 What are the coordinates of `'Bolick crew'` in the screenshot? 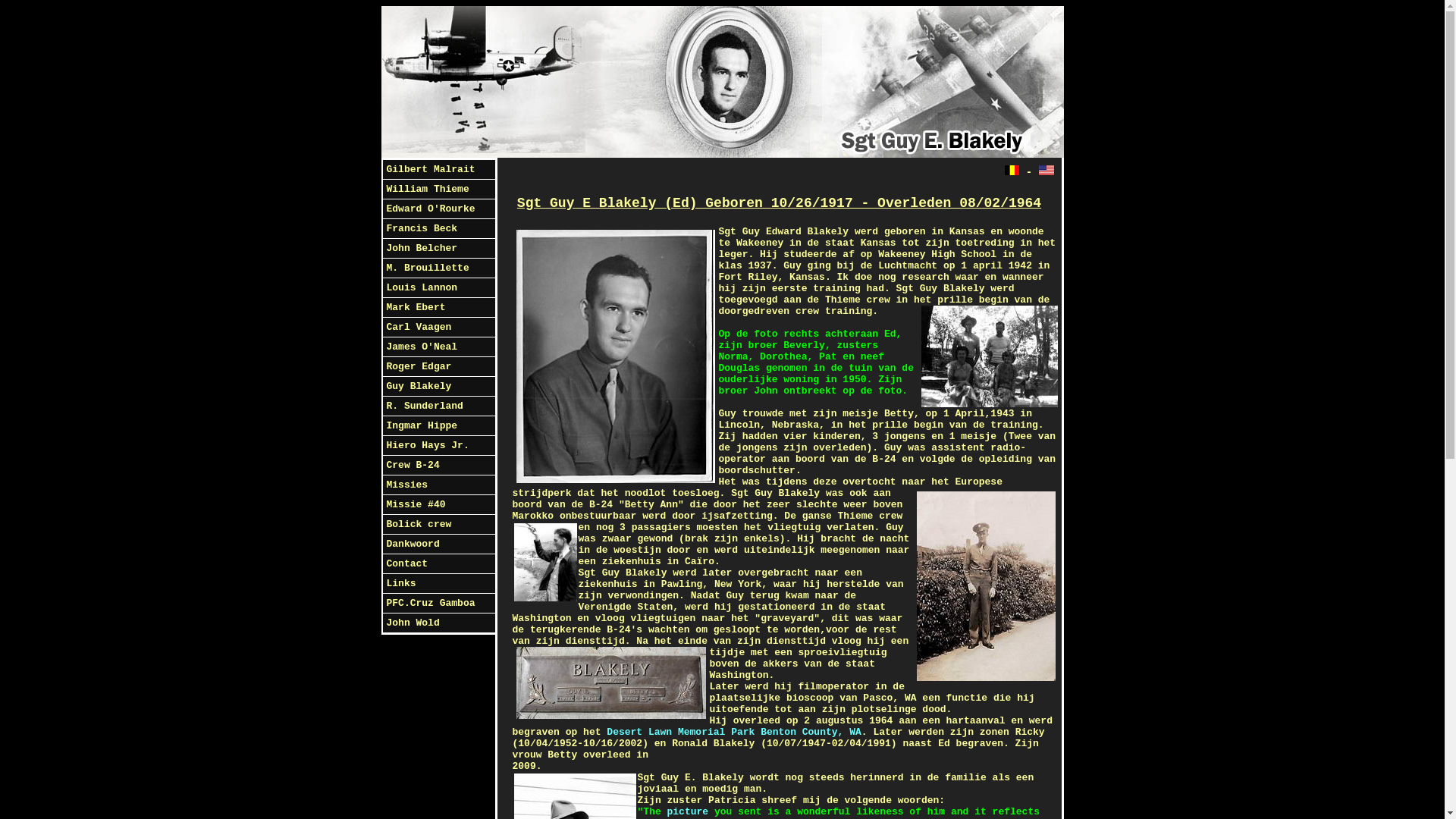 It's located at (437, 523).